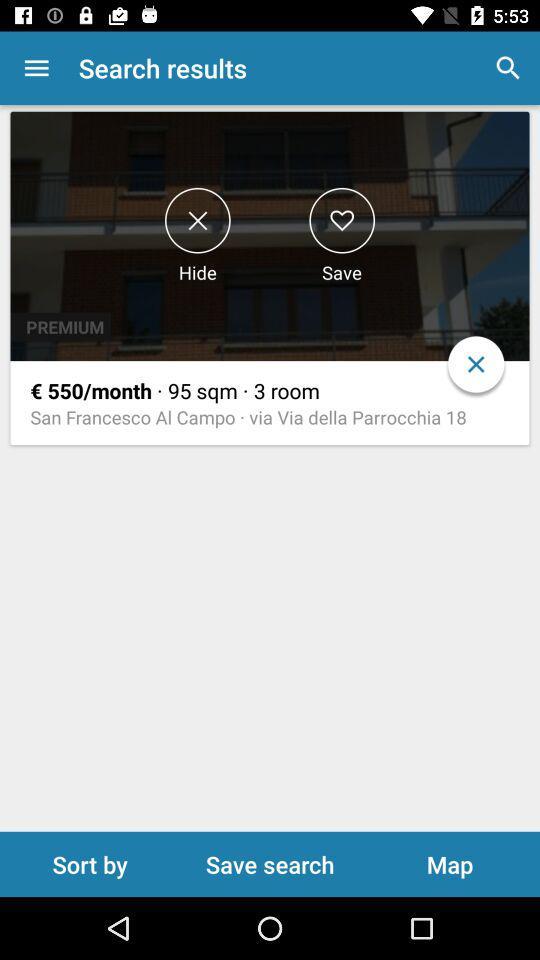 This screenshot has width=540, height=960. I want to click on button, so click(341, 220).